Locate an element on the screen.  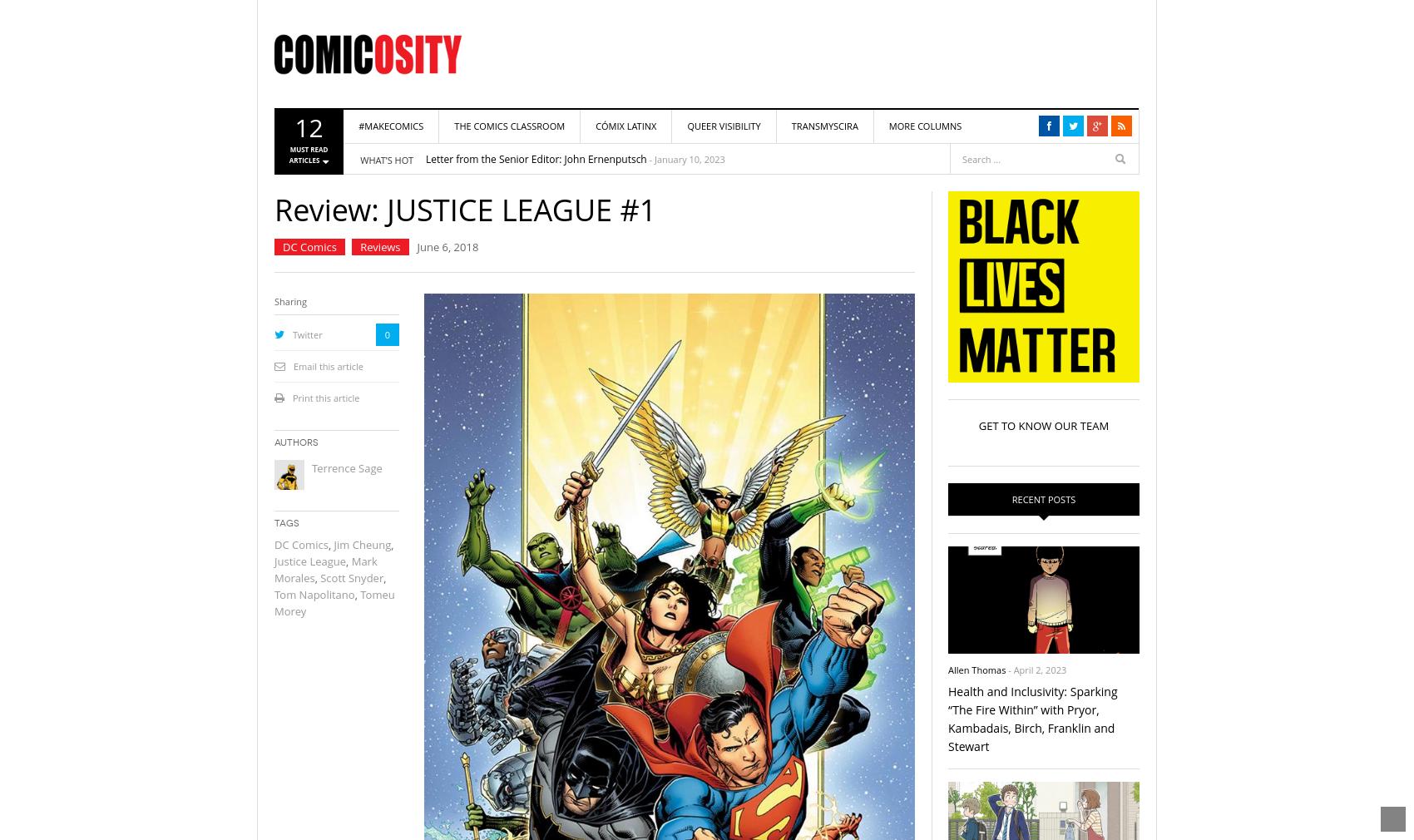
'June 6, 2018' is located at coordinates (447, 246).